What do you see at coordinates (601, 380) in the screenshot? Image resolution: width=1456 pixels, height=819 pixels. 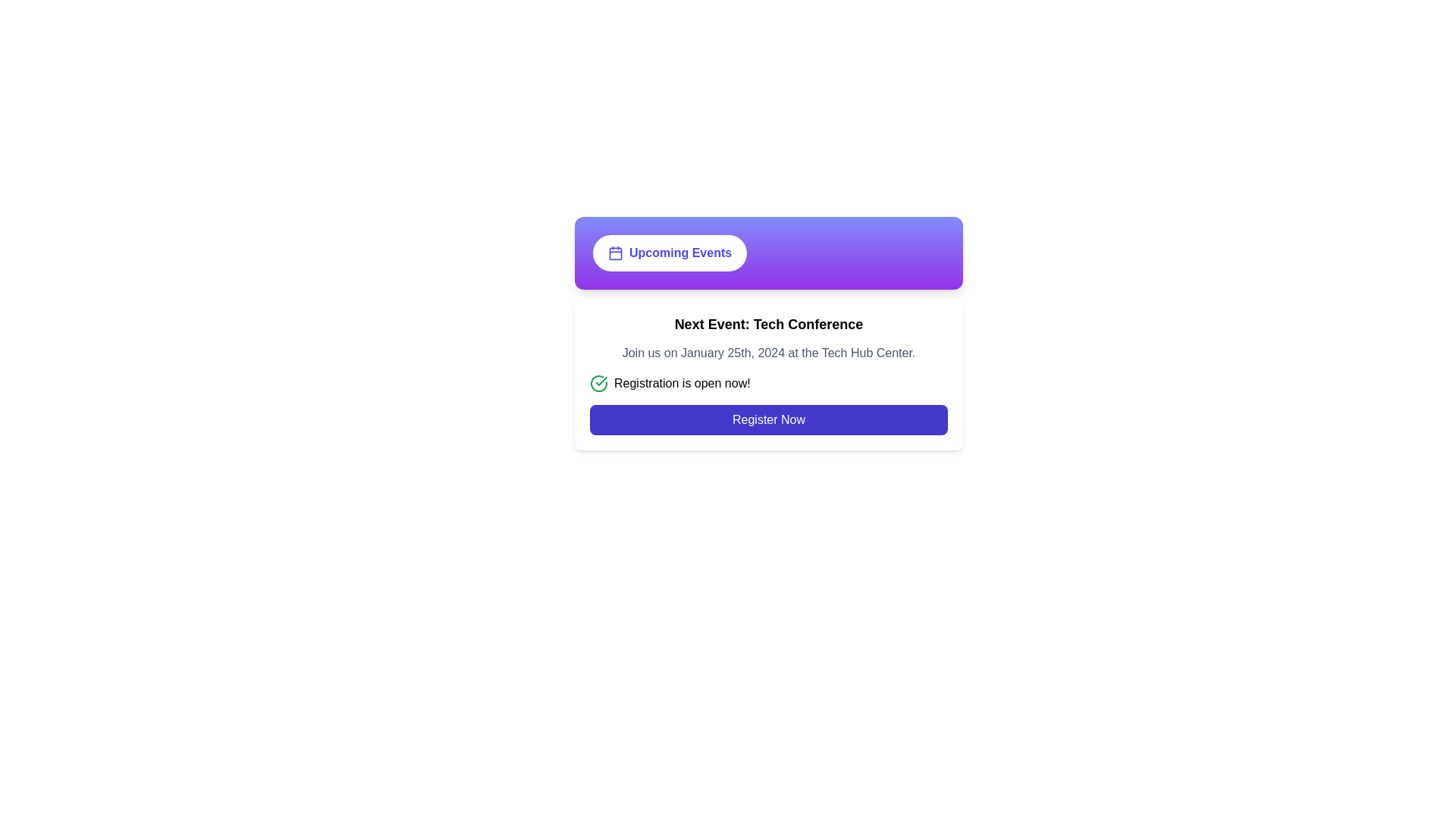 I see `the checkmark icon that indicates successful status or confirmation, located near the text 'Registration is open now!' in the center section of the interface` at bounding box center [601, 380].